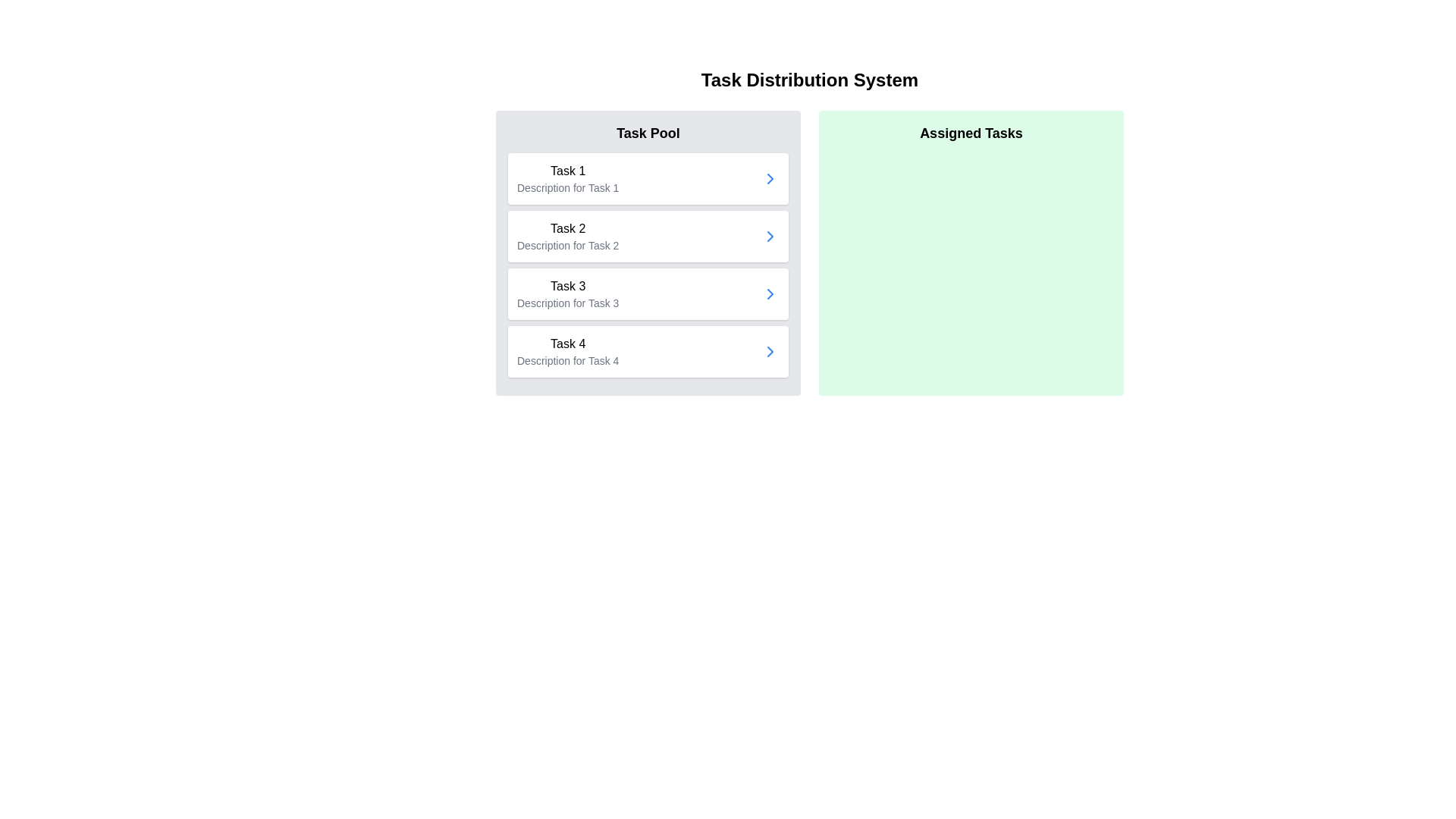 Image resolution: width=1456 pixels, height=819 pixels. Describe the element at coordinates (770, 294) in the screenshot. I see `the icon button located at the far right side of the 'Task 3, Description for Task 3' row in the 'Task Pool' list` at that location.